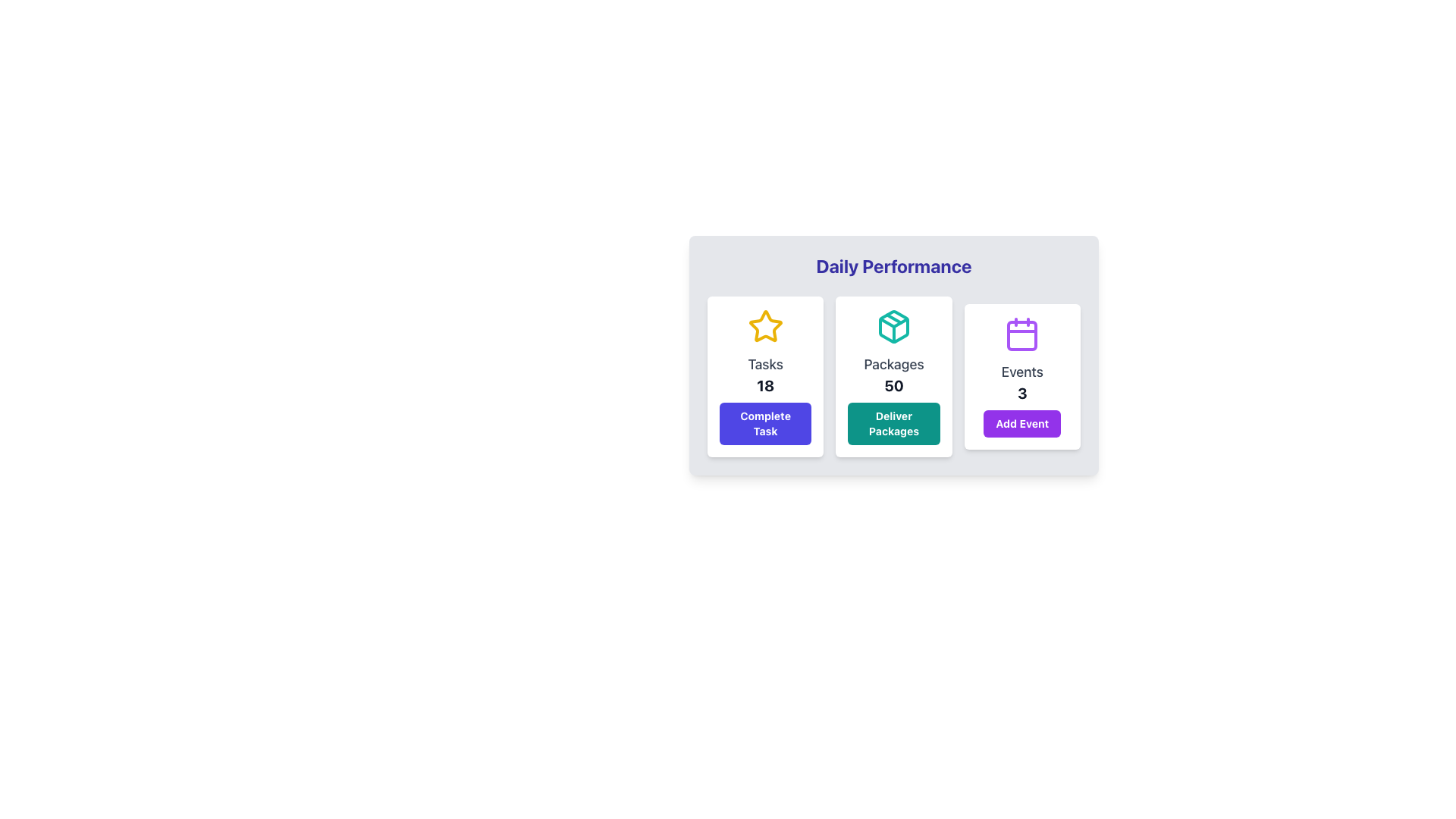 The width and height of the screenshot is (1456, 819). What do you see at coordinates (765, 385) in the screenshot?
I see `the text label that displays the number of tasks associated with the 'Tasks' card, located directly below the 'Tasks' label in the 'Daily Performance' section` at bounding box center [765, 385].